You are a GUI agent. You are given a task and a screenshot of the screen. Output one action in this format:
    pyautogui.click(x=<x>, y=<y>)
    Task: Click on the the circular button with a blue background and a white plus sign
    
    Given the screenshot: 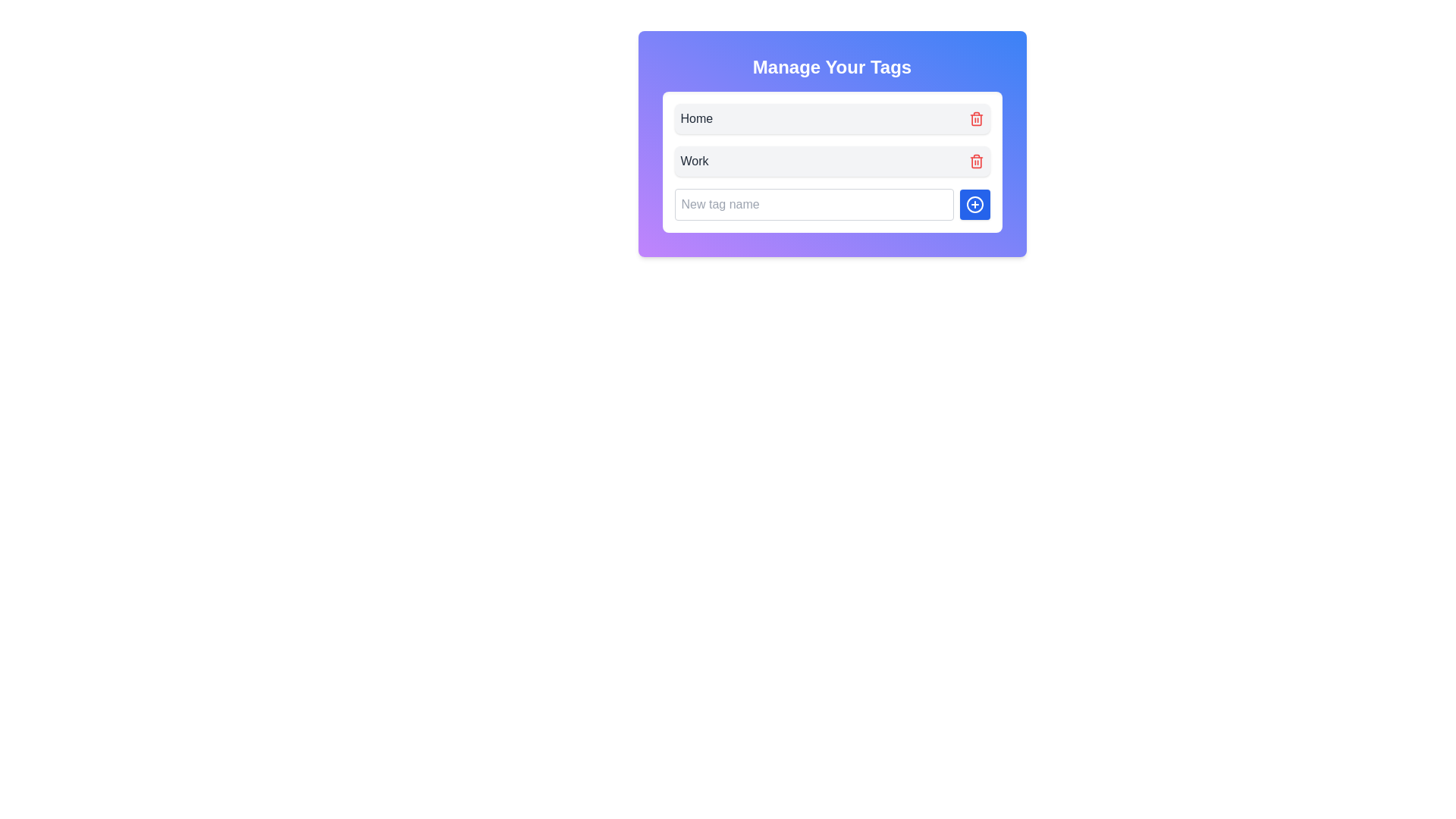 What is the action you would take?
    pyautogui.click(x=974, y=205)
    